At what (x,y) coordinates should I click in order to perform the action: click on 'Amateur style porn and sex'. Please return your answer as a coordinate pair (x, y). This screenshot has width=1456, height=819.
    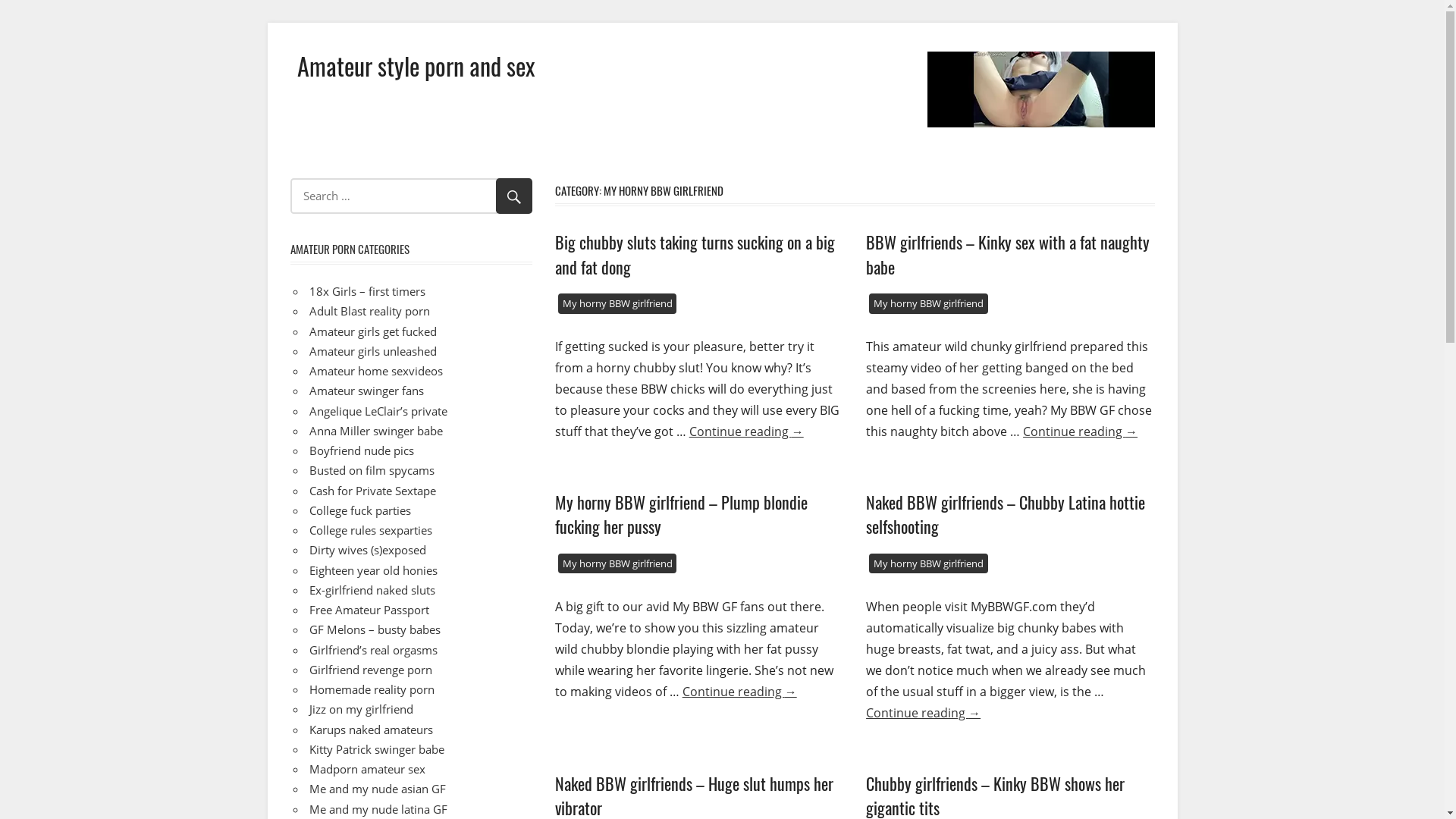
    Looking at the image, I should click on (416, 64).